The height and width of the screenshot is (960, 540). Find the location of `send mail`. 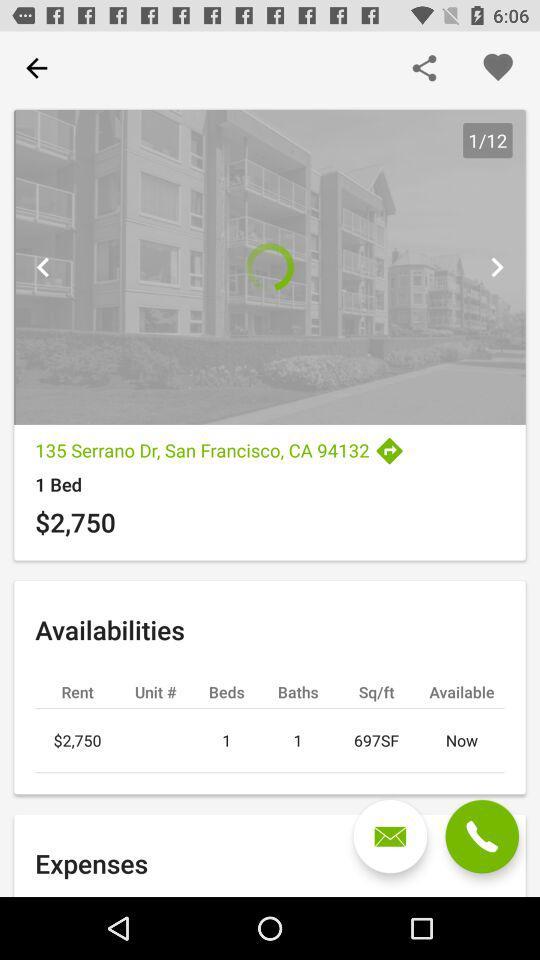

send mail is located at coordinates (390, 836).